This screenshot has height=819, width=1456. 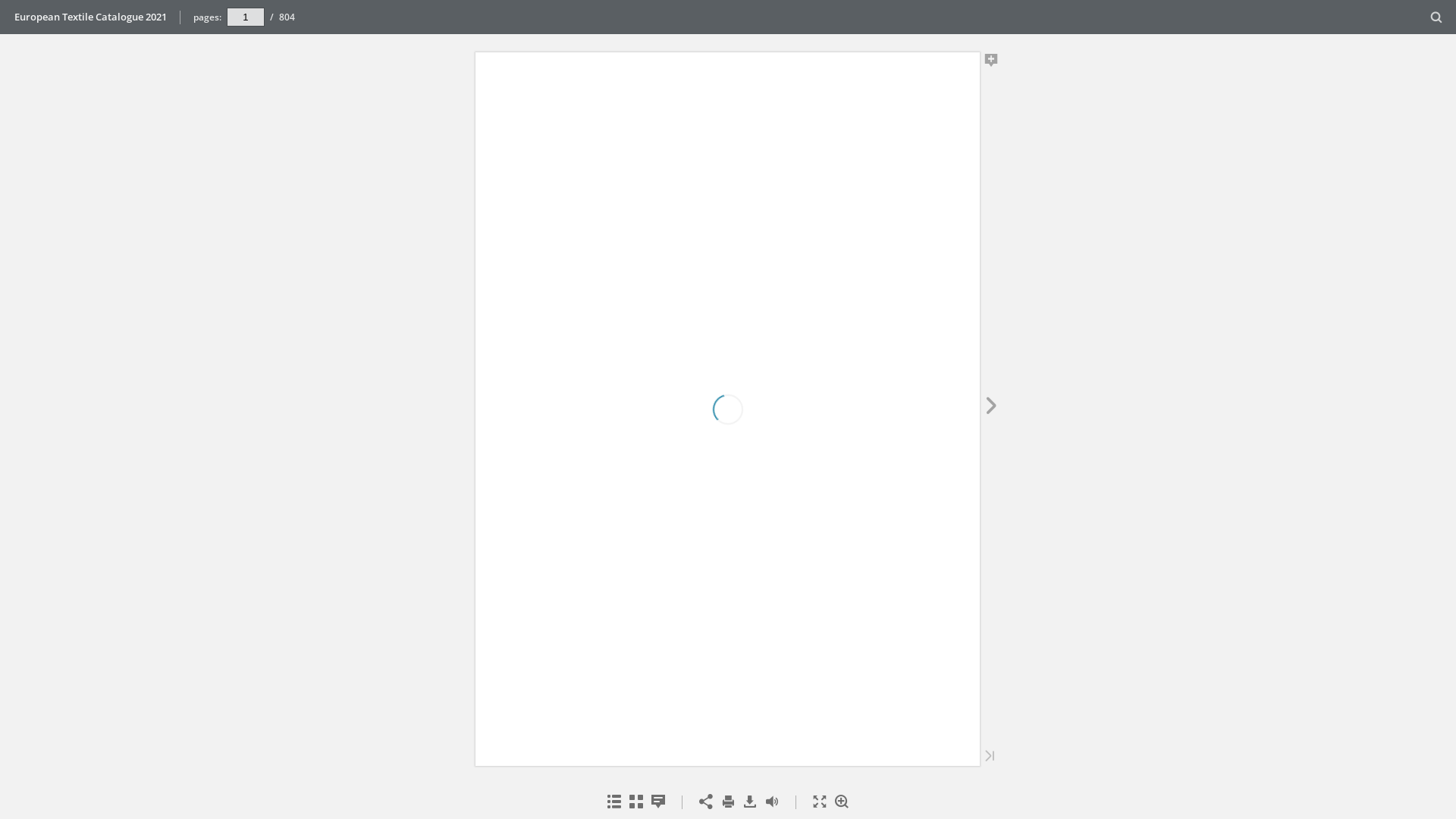 What do you see at coordinates (694, 801) in the screenshot?
I see `'Share'` at bounding box center [694, 801].